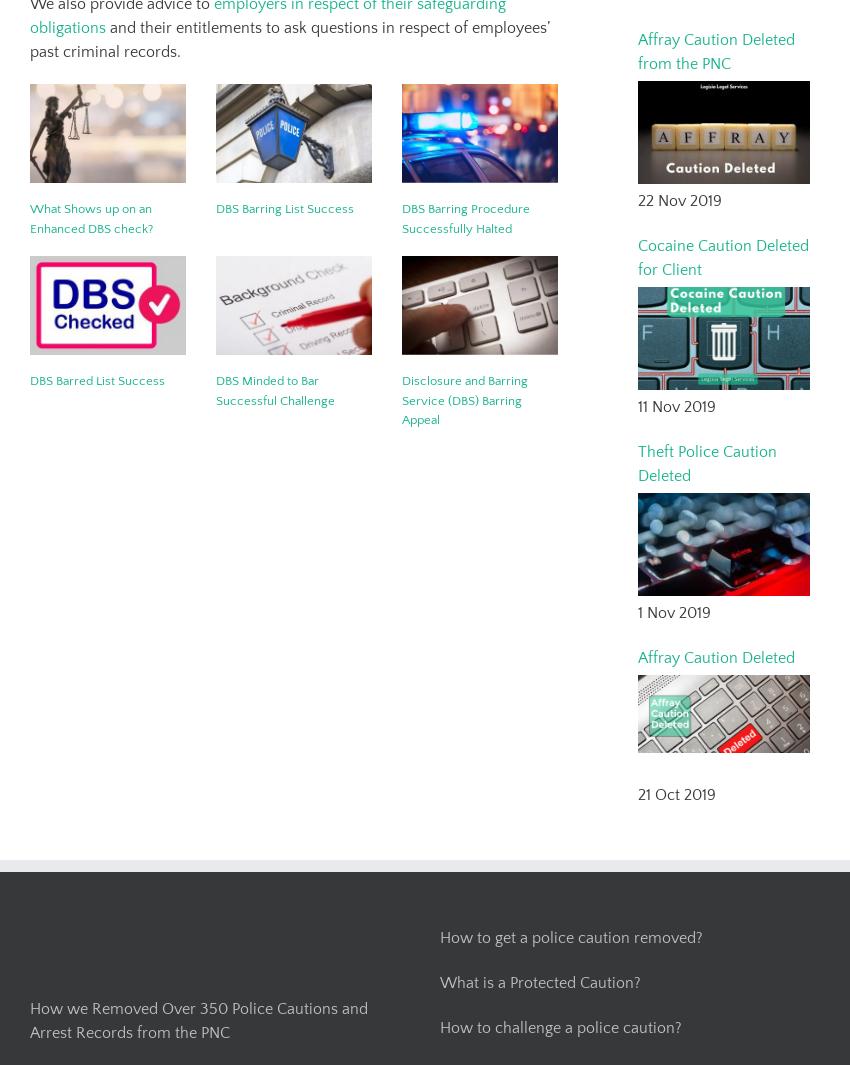 The height and width of the screenshot is (1065, 850). I want to click on '1 Nov 2019', so click(674, 611).